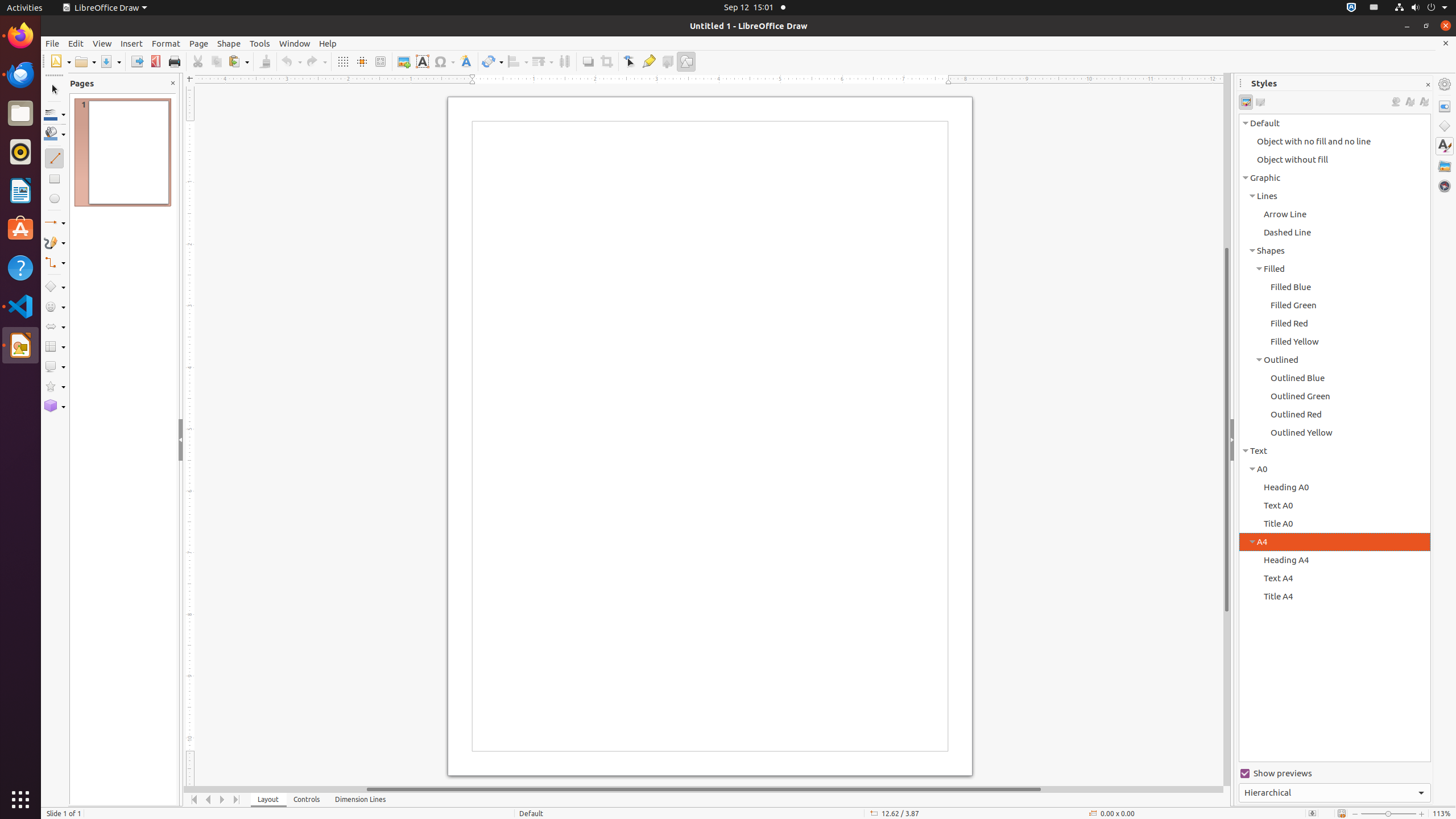  I want to click on ':1.72/StatusNotifierItem', so click(1350, 7).